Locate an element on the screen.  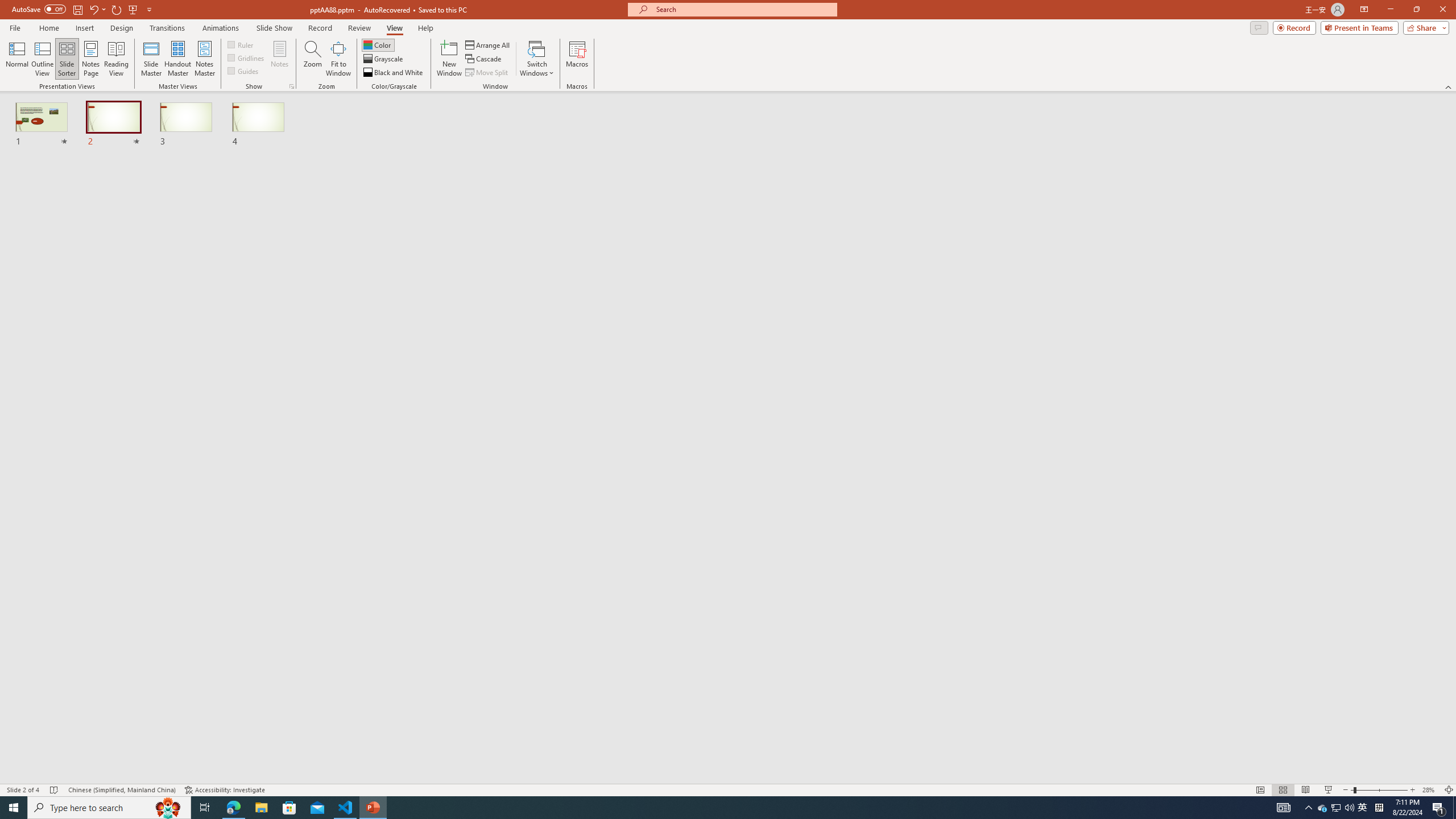
'Move Split' is located at coordinates (487, 72).